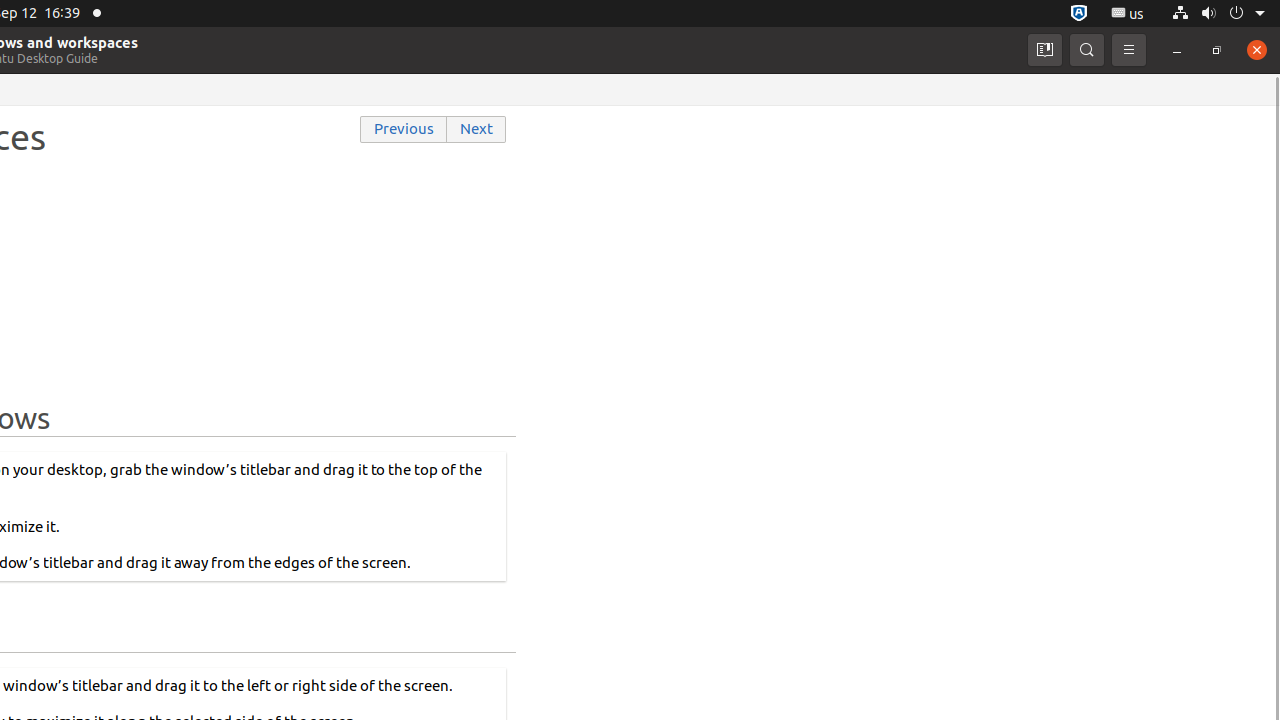 The image size is (1280, 720). What do you see at coordinates (1176, 48) in the screenshot?
I see `'Minimize'` at bounding box center [1176, 48].